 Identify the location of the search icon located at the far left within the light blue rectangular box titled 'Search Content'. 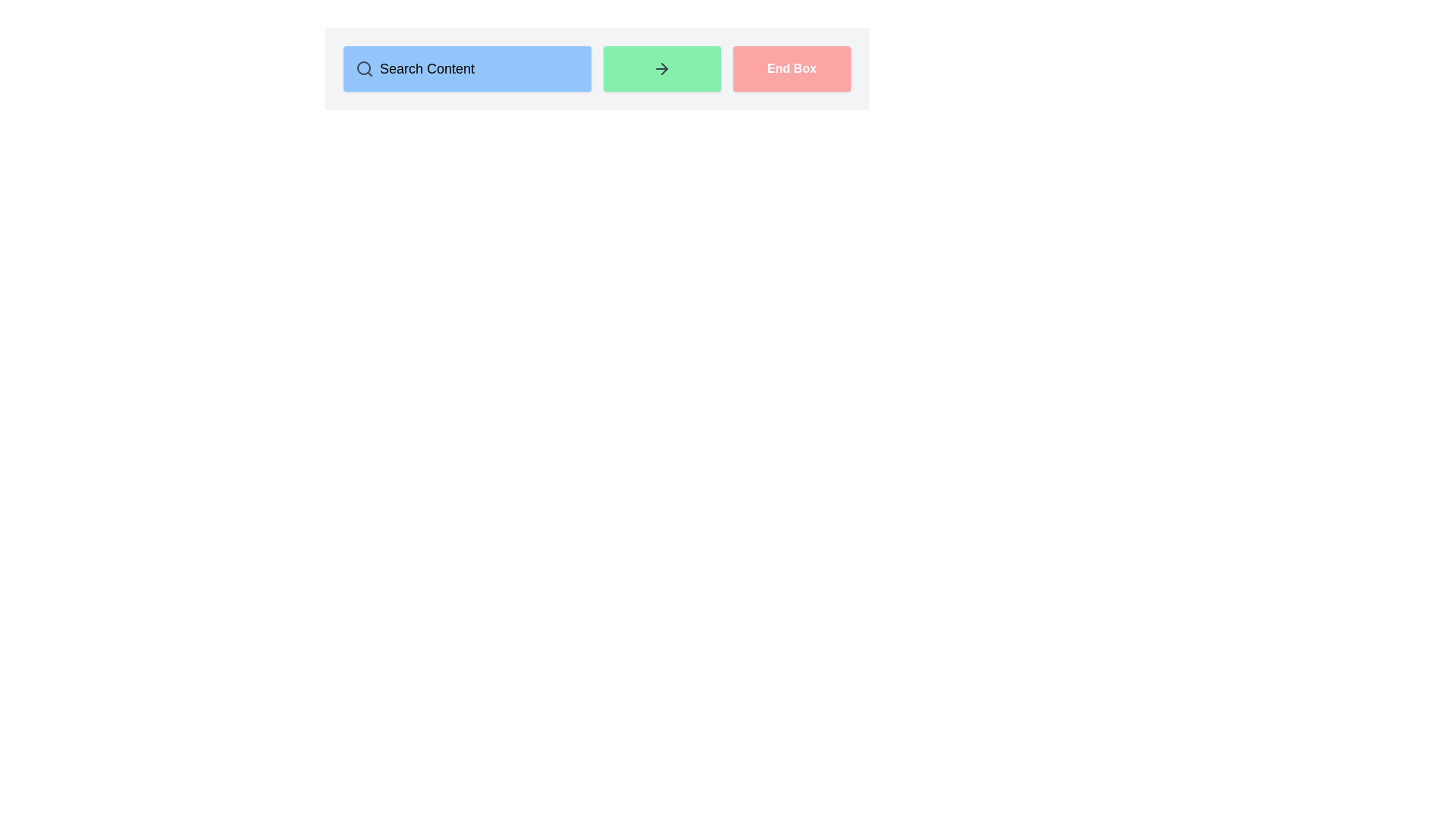
(364, 69).